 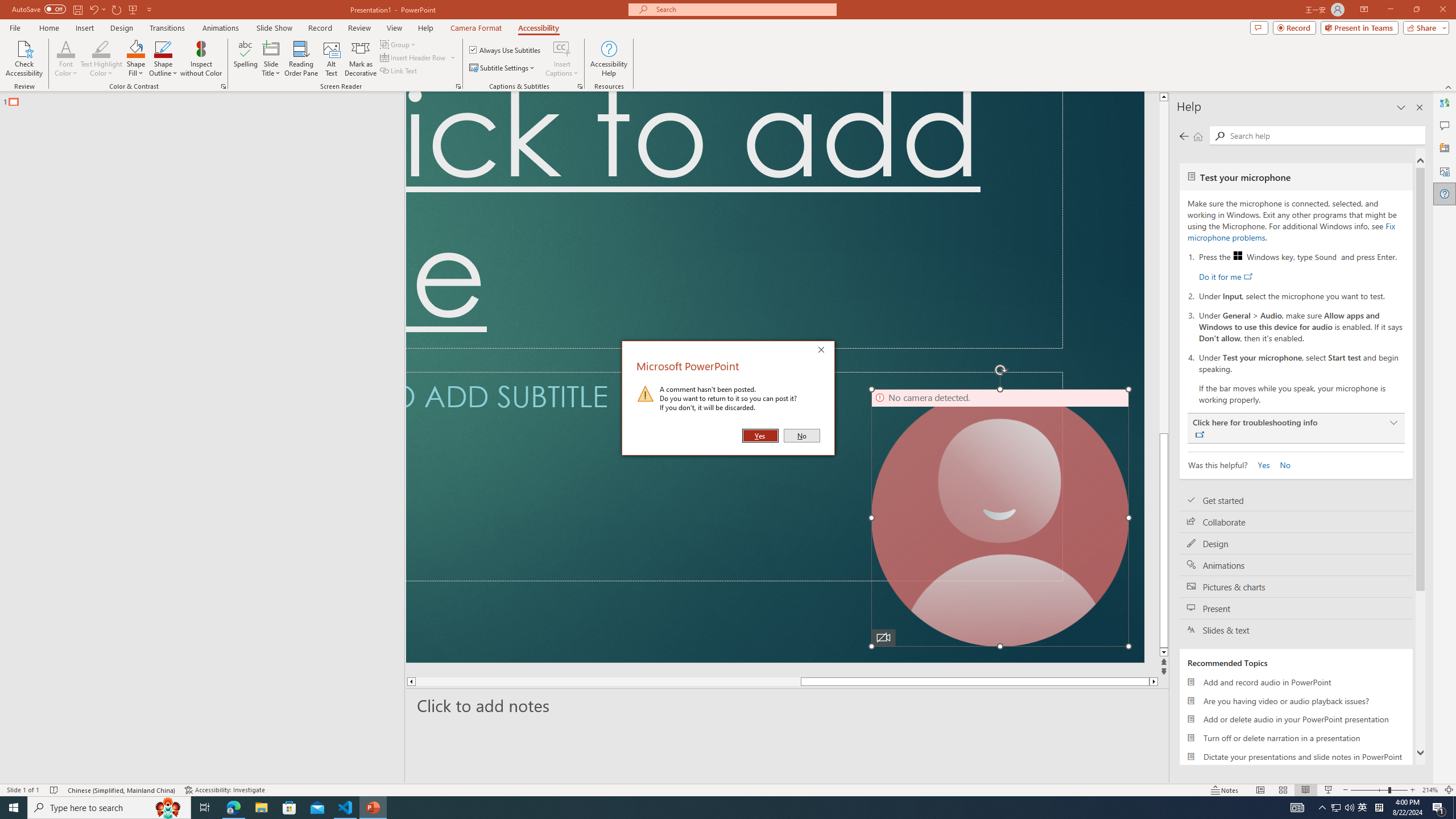 What do you see at coordinates (760, 435) in the screenshot?
I see `'Yes'` at bounding box center [760, 435].